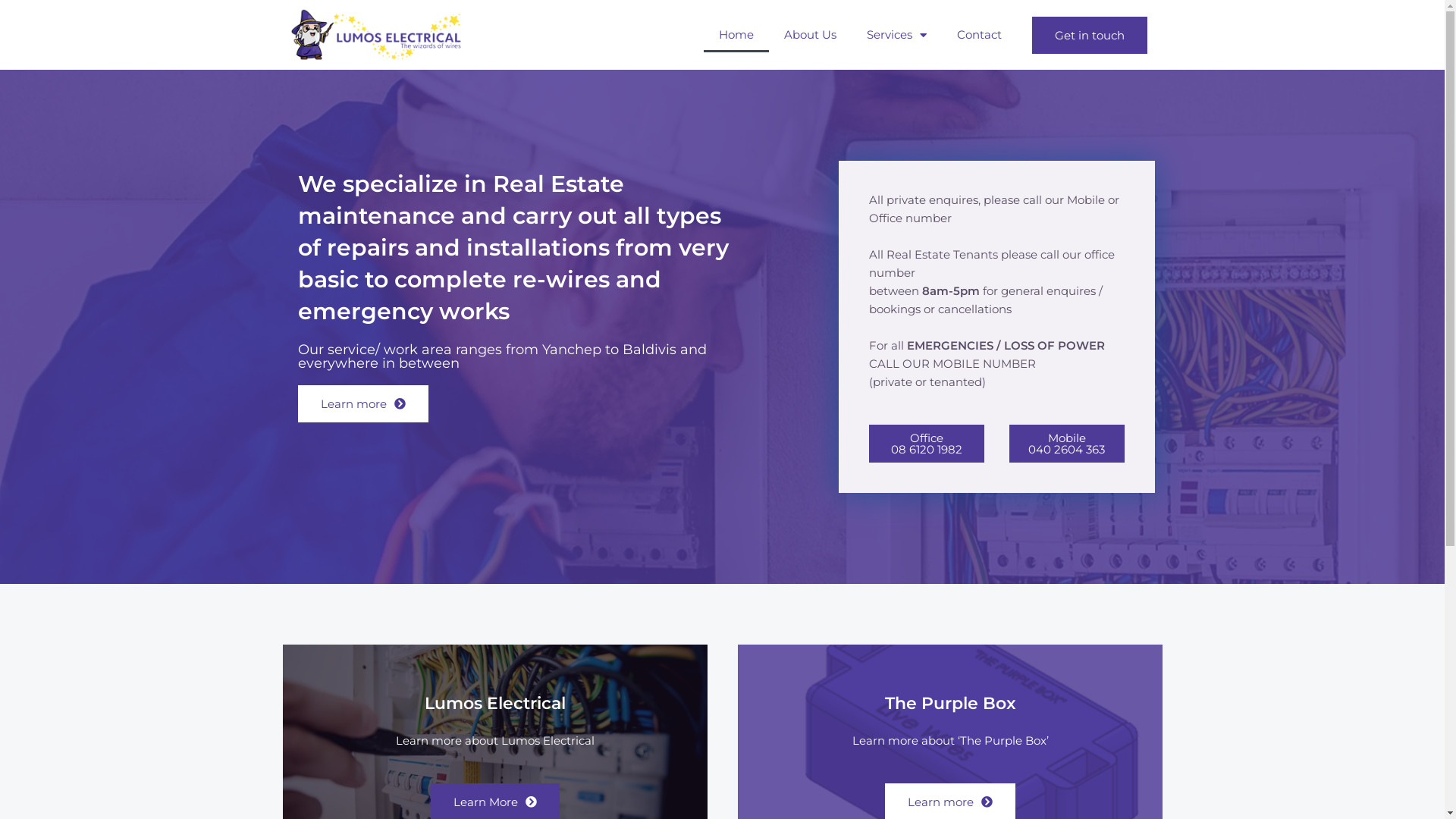 Image resolution: width=1456 pixels, height=819 pixels. I want to click on 'Get in touch', so click(1087, 34).